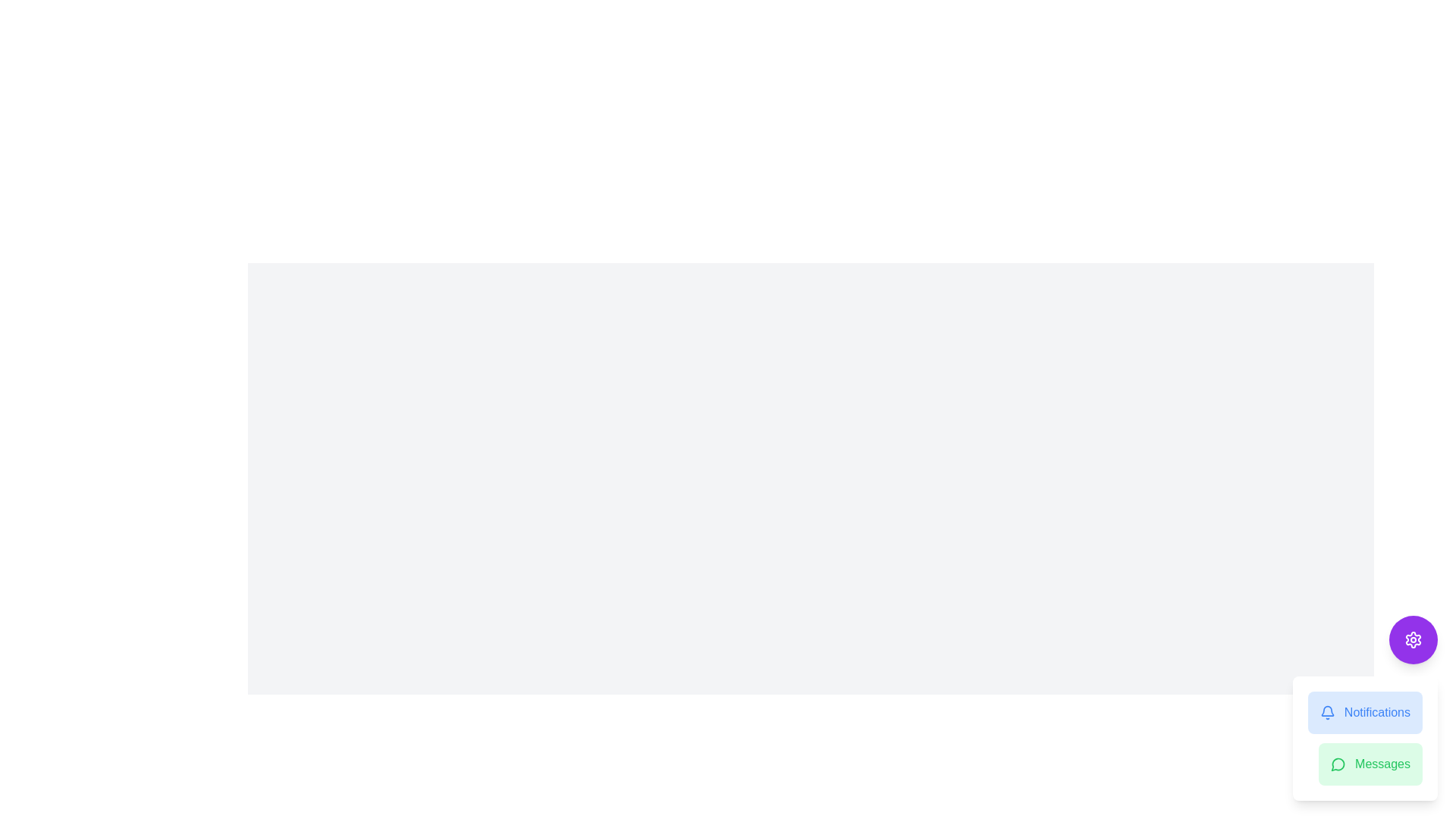  What do you see at coordinates (1338, 764) in the screenshot?
I see `the circular chat bubble icon embedded within the green 'Messages' button located in the bottom-right corner of the interface` at bounding box center [1338, 764].